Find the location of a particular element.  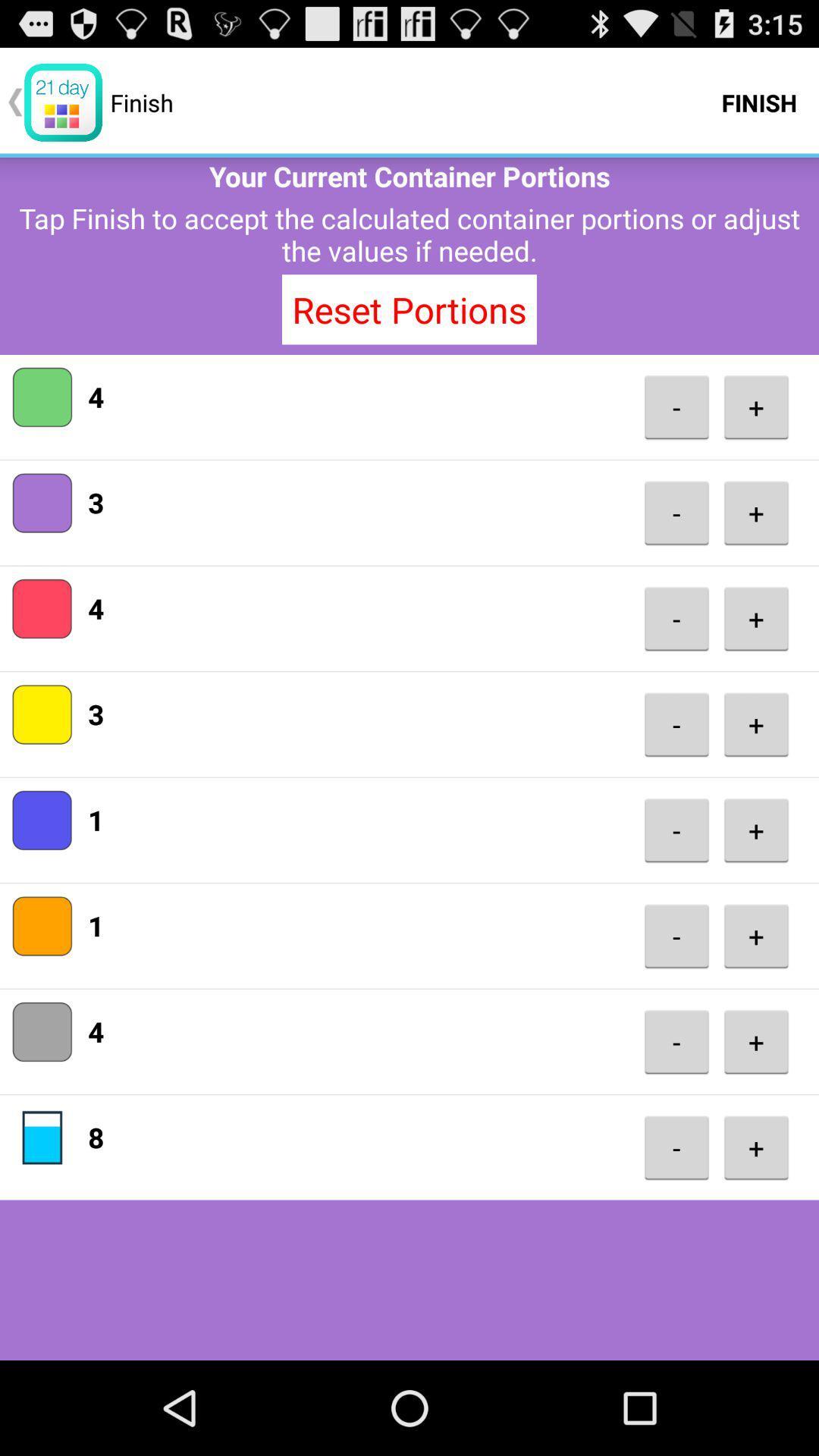

the item next to the 1 item is located at coordinates (676, 935).